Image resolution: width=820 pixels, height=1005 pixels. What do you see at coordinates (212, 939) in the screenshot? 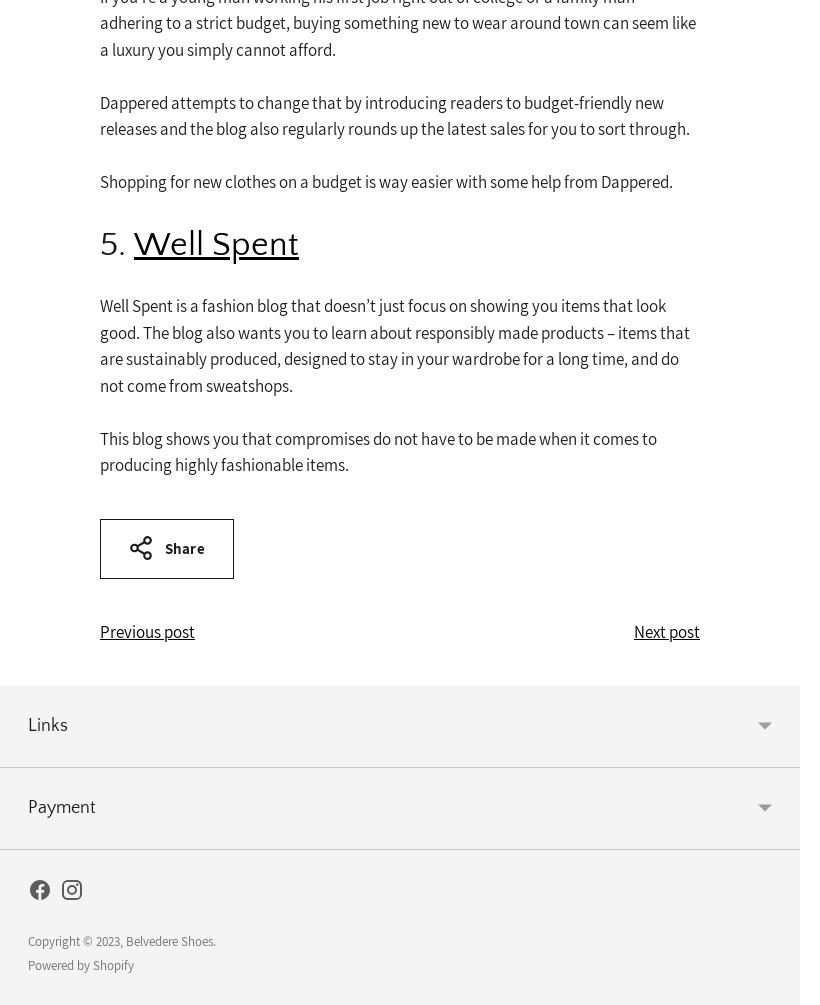
I see `'.'` at bounding box center [212, 939].